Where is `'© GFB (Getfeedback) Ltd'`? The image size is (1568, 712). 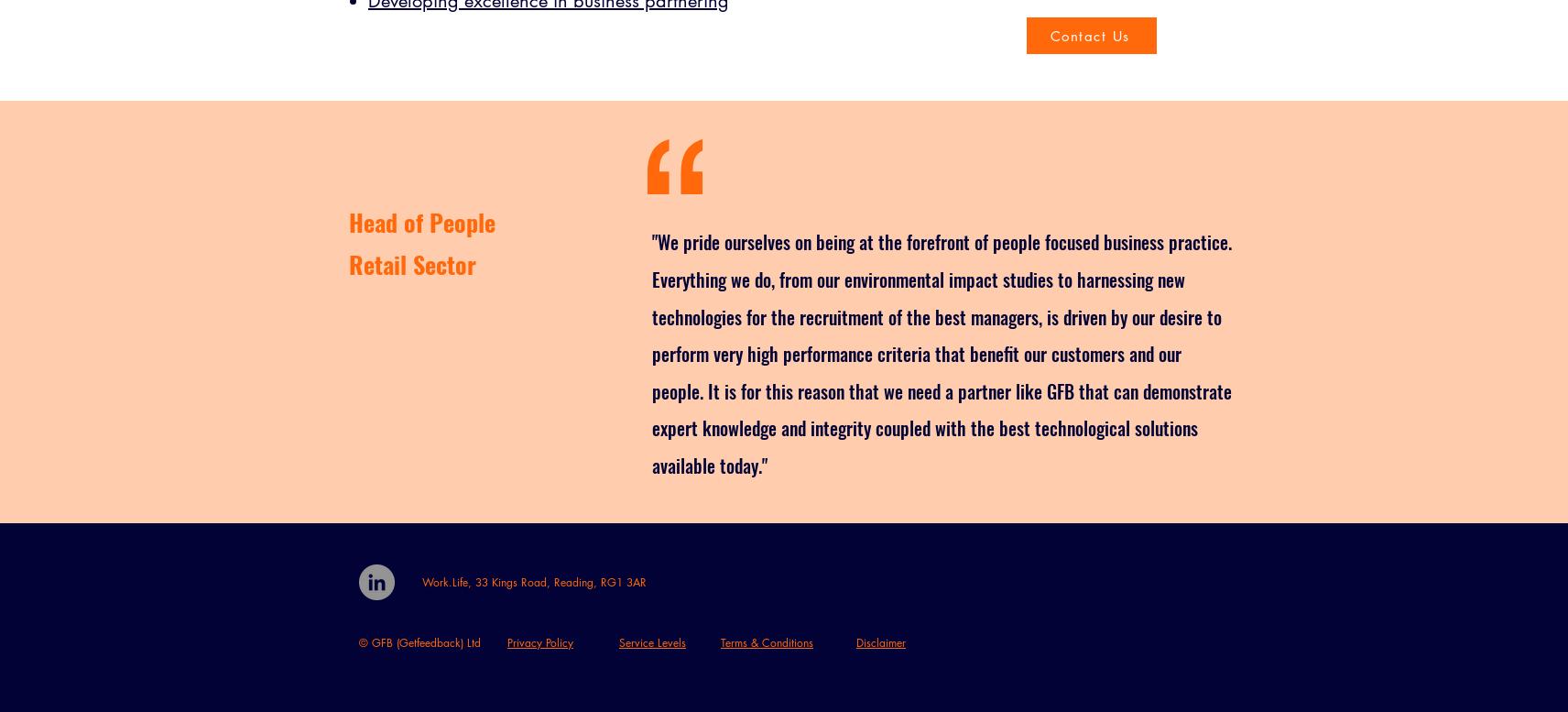
'© GFB (Getfeedback) Ltd' is located at coordinates (419, 641).